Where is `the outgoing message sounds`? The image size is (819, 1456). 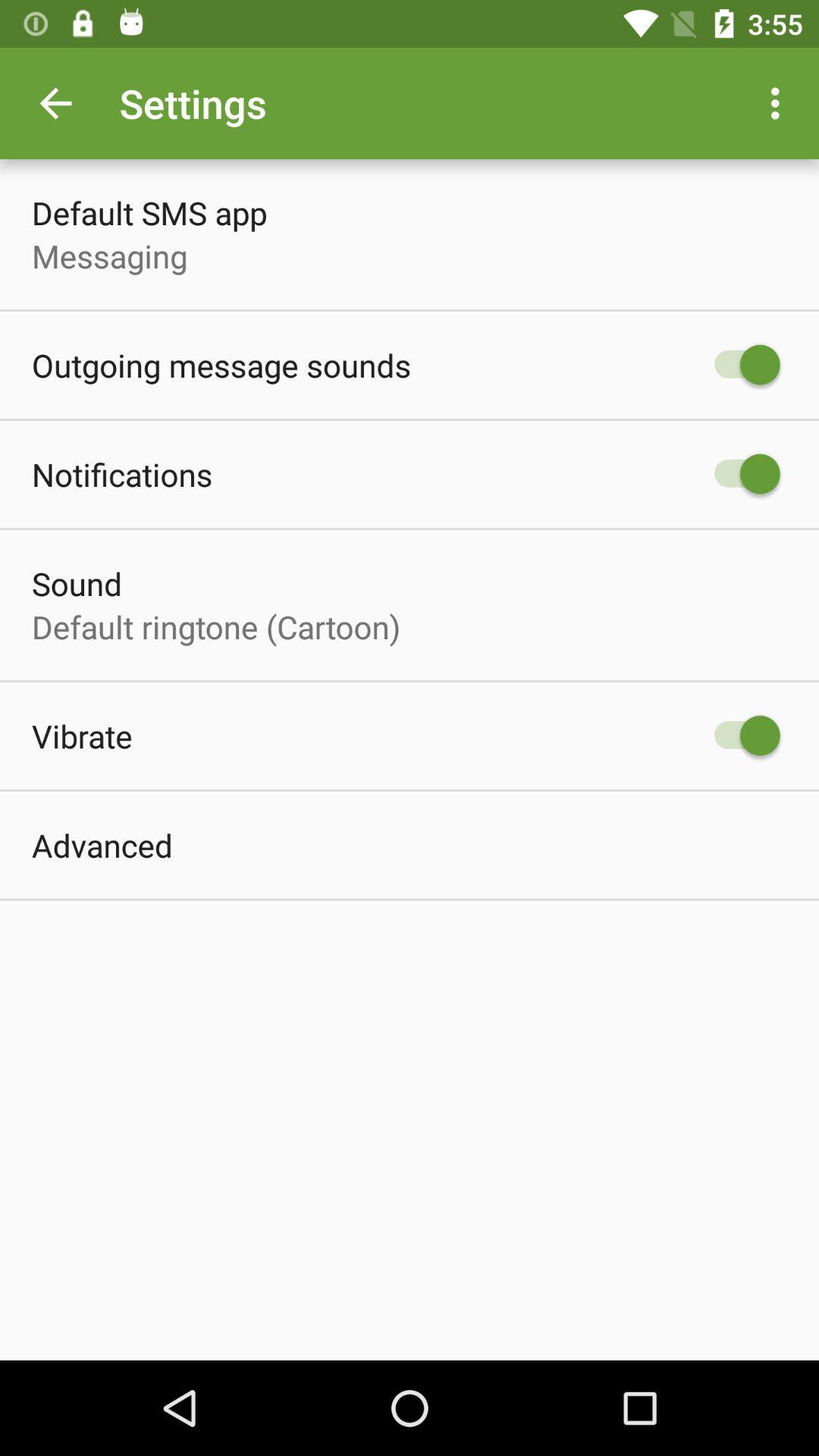
the outgoing message sounds is located at coordinates (221, 365).